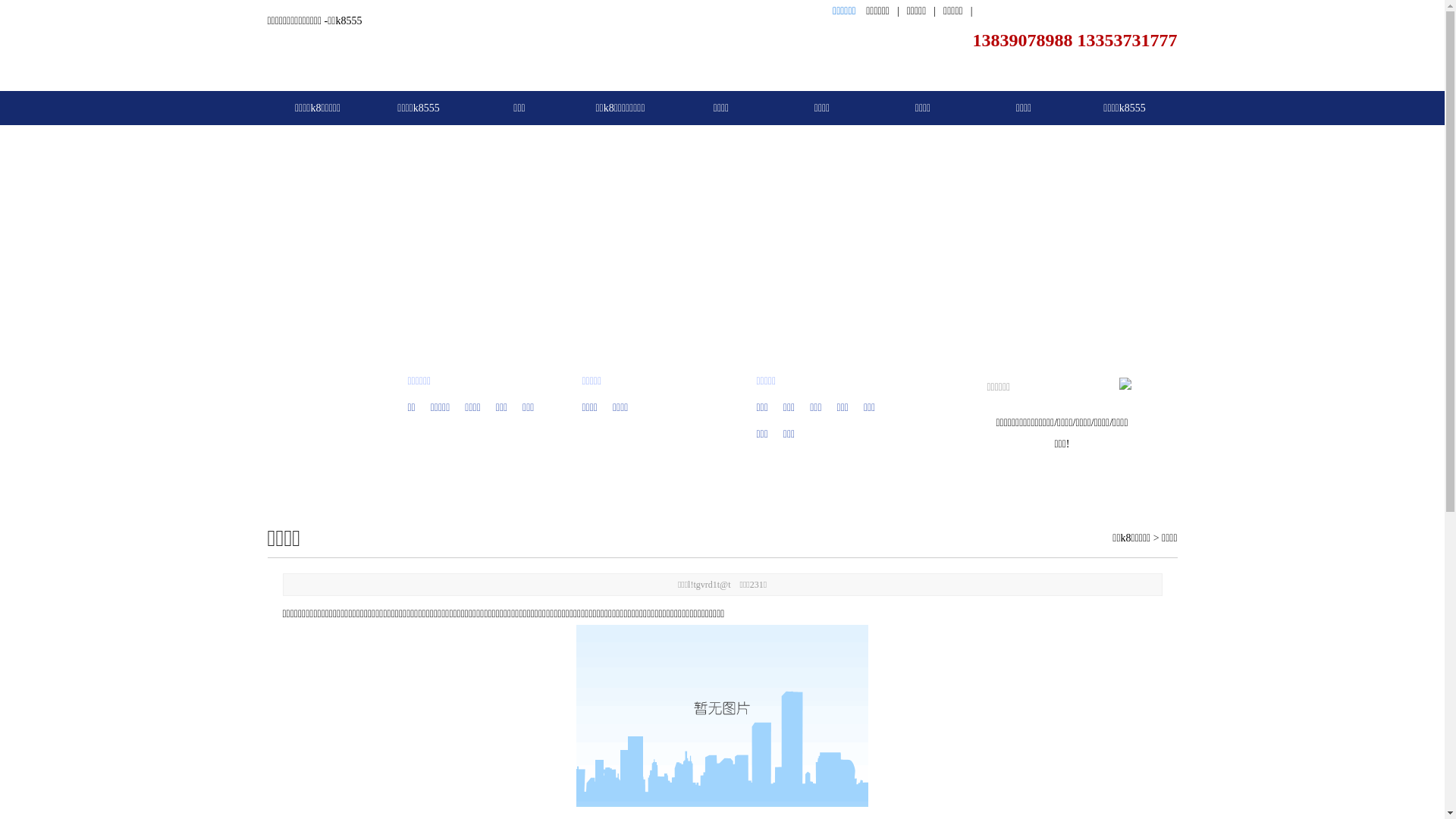 This screenshot has height=819, width=1456. I want to click on '  ', so click(1125, 382).